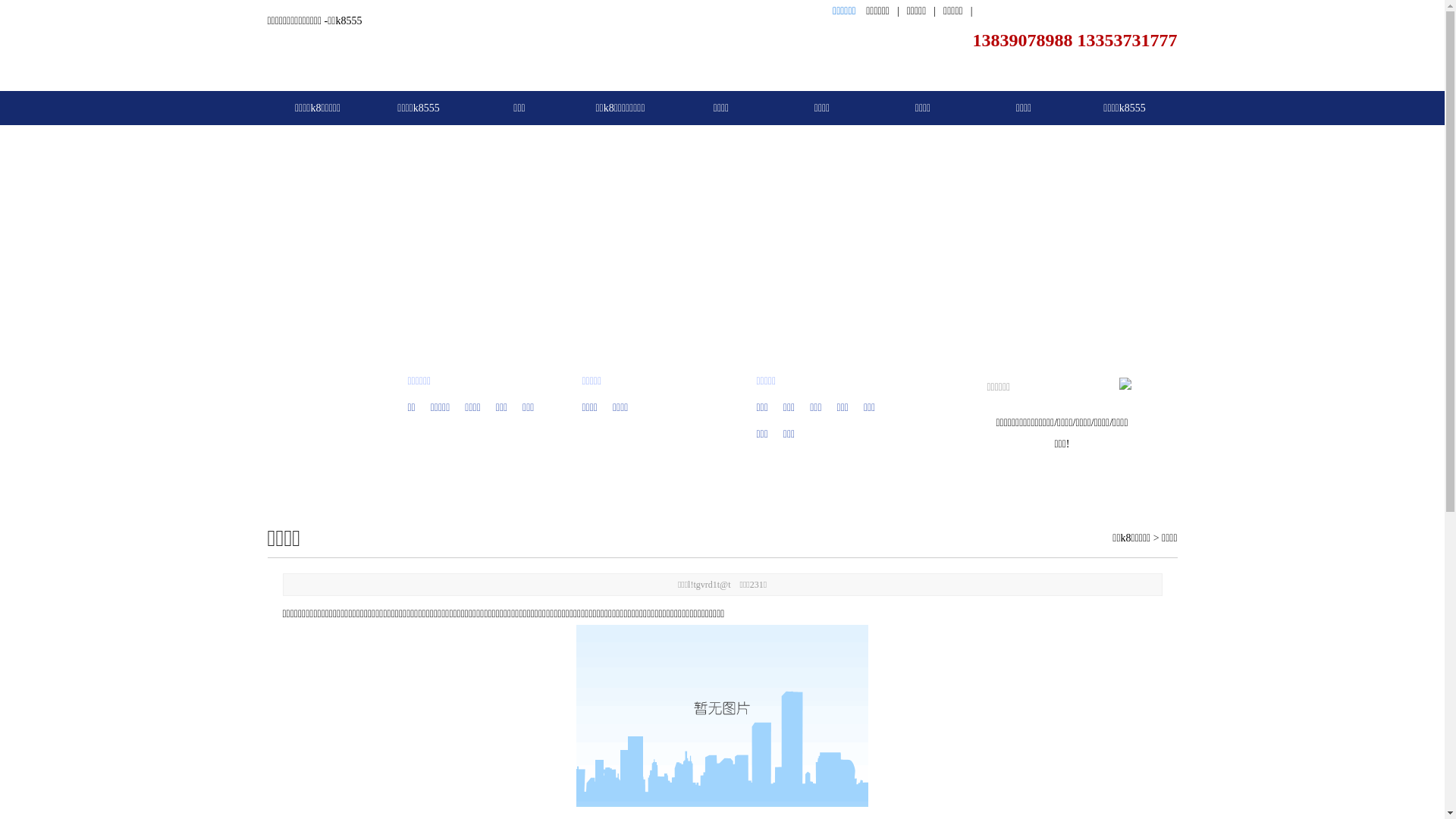 This screenshot has height=819, width=1456. I want to click on '  ', so click(1125, 382).